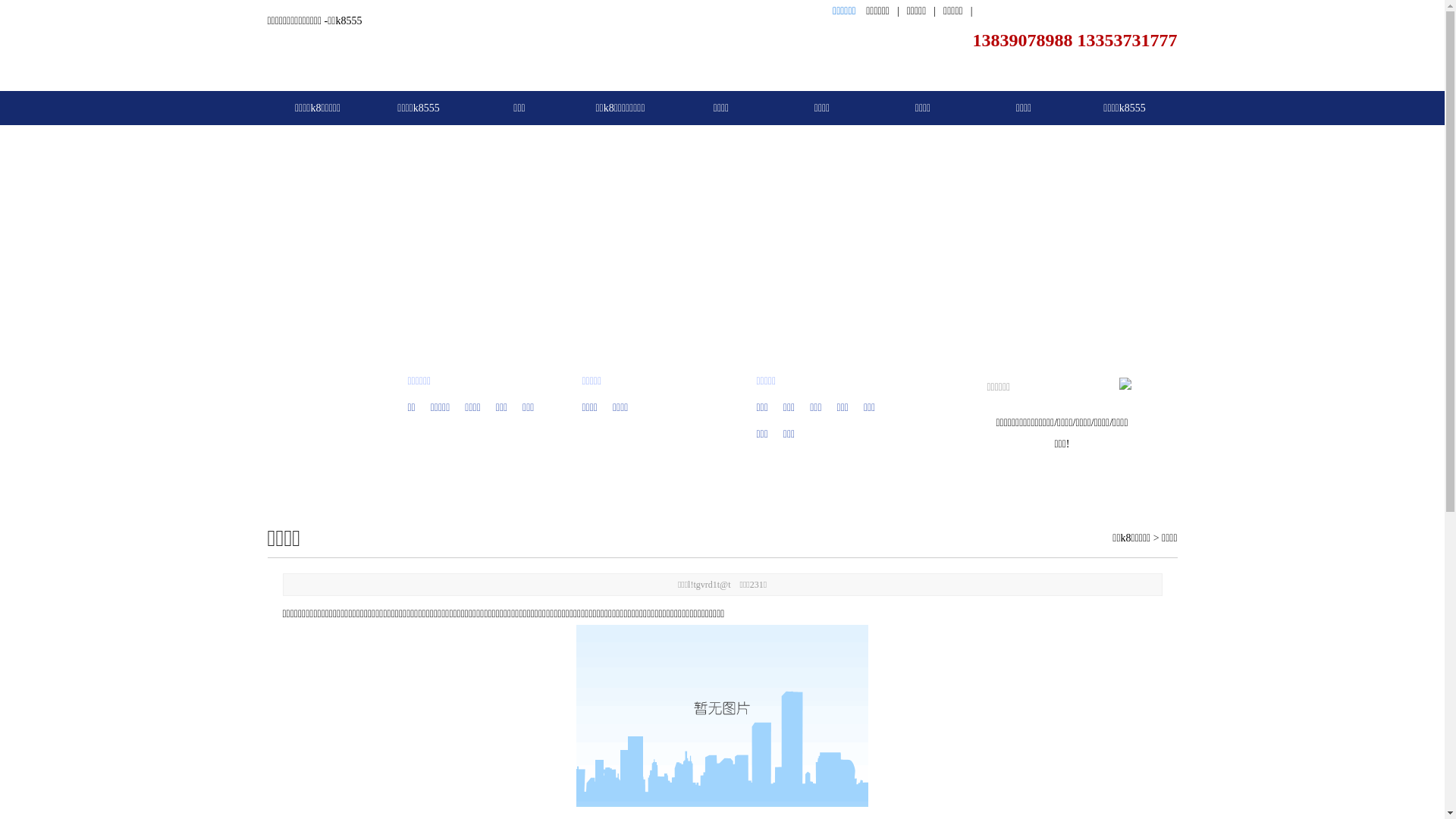 This screenshot has height=819, width=1456. I want to click on '  ', so click(1125, 382).